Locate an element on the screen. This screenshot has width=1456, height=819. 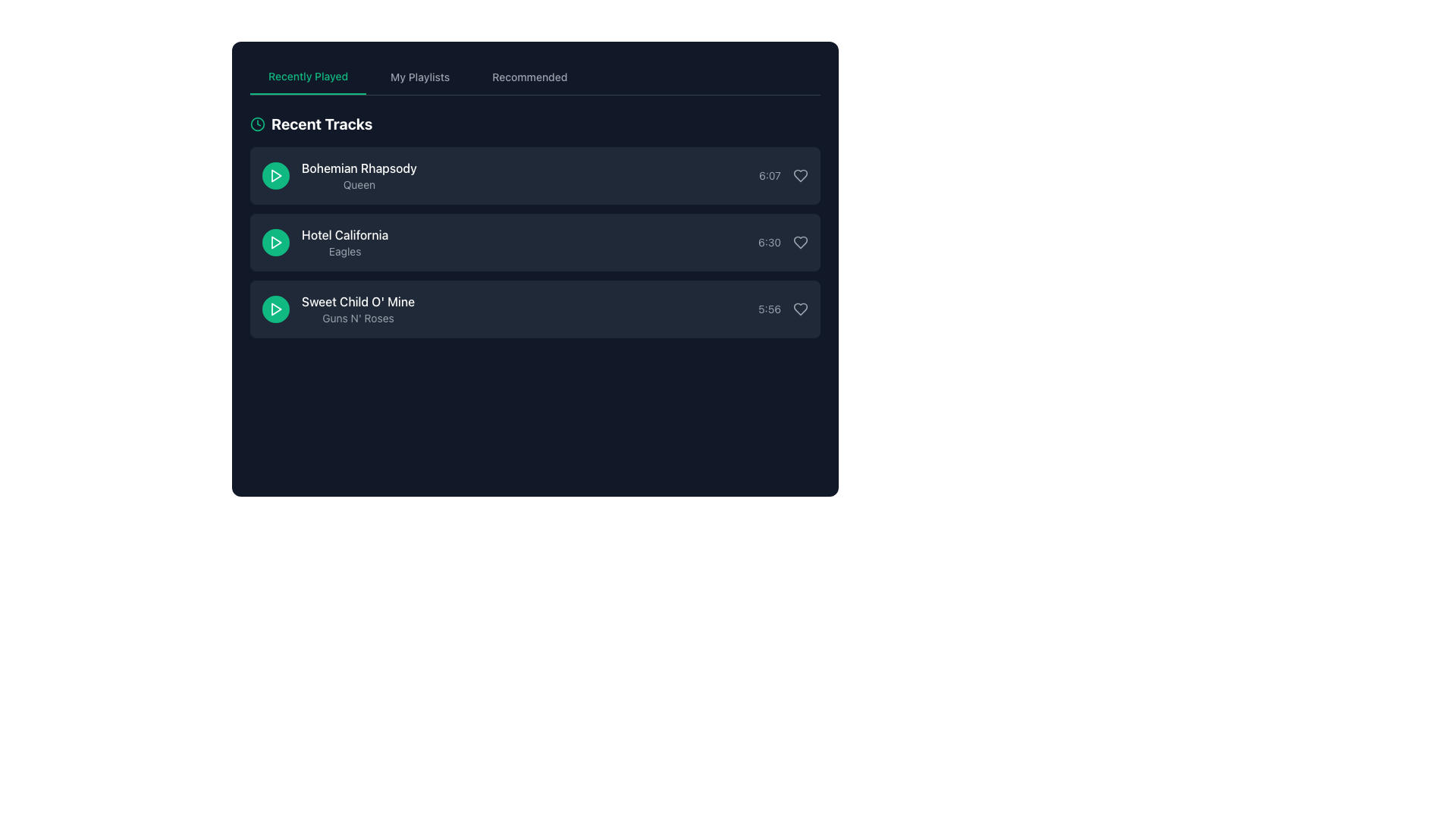
the music track item displaying 'Bohemian Rhapsody' by 'Queen' is located at coordinates (338, 174).